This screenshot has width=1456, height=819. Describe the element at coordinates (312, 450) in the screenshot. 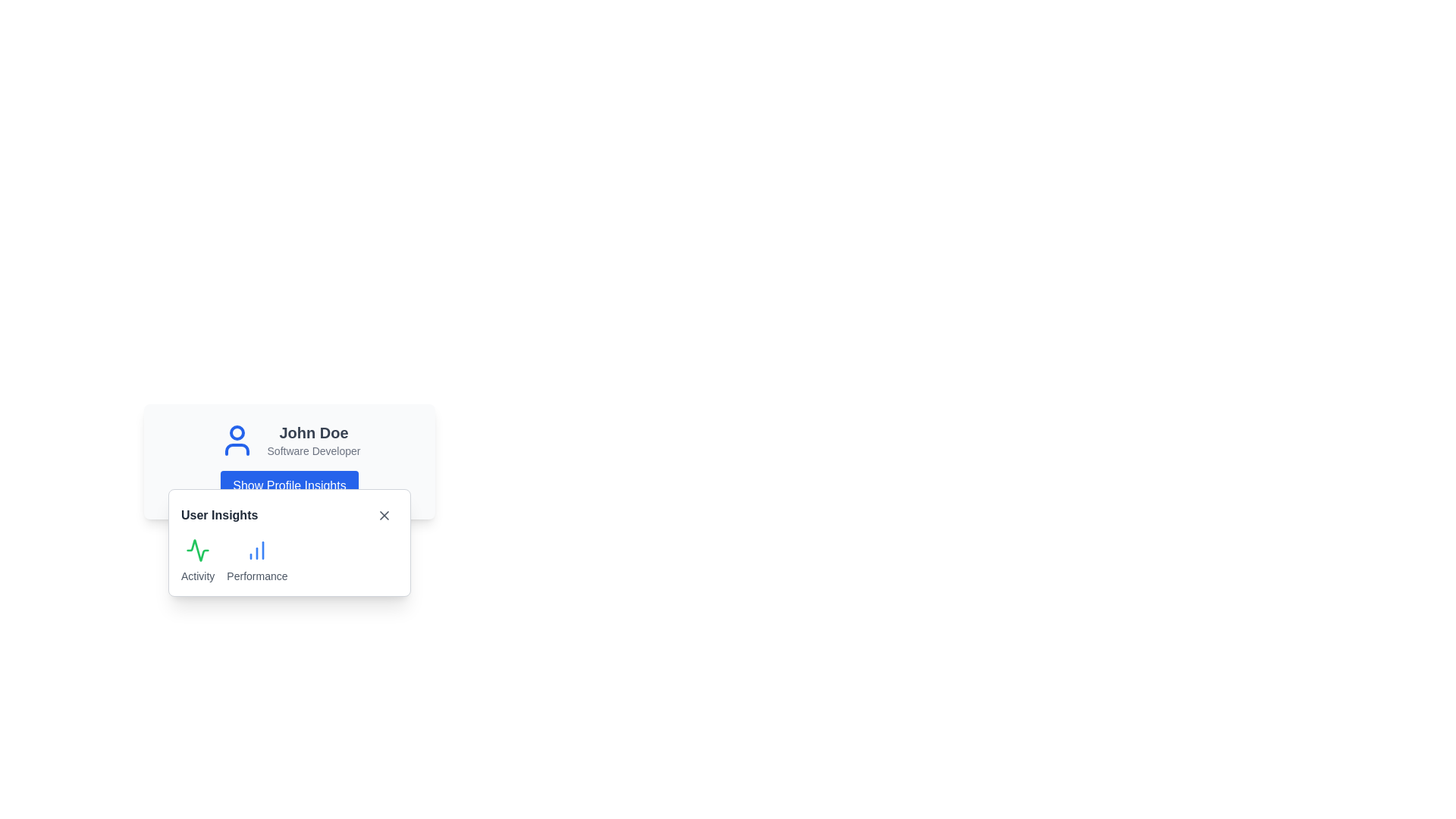

I see `the static text display that shows the job title or designation for 'John Doe', located below the name within a white card layout` at that location.